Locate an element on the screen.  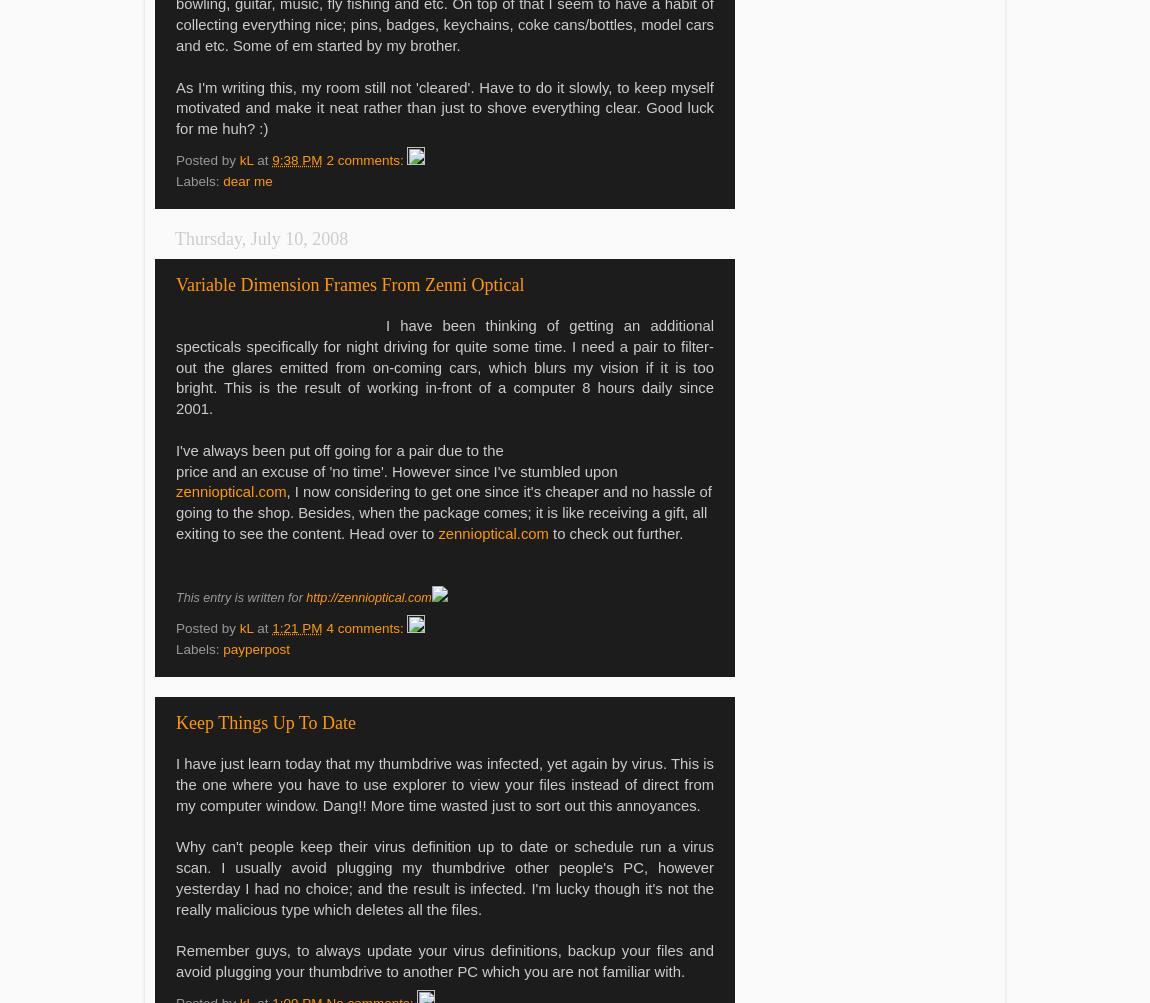
'9:38 PM' is located at coordinates (270, 158).